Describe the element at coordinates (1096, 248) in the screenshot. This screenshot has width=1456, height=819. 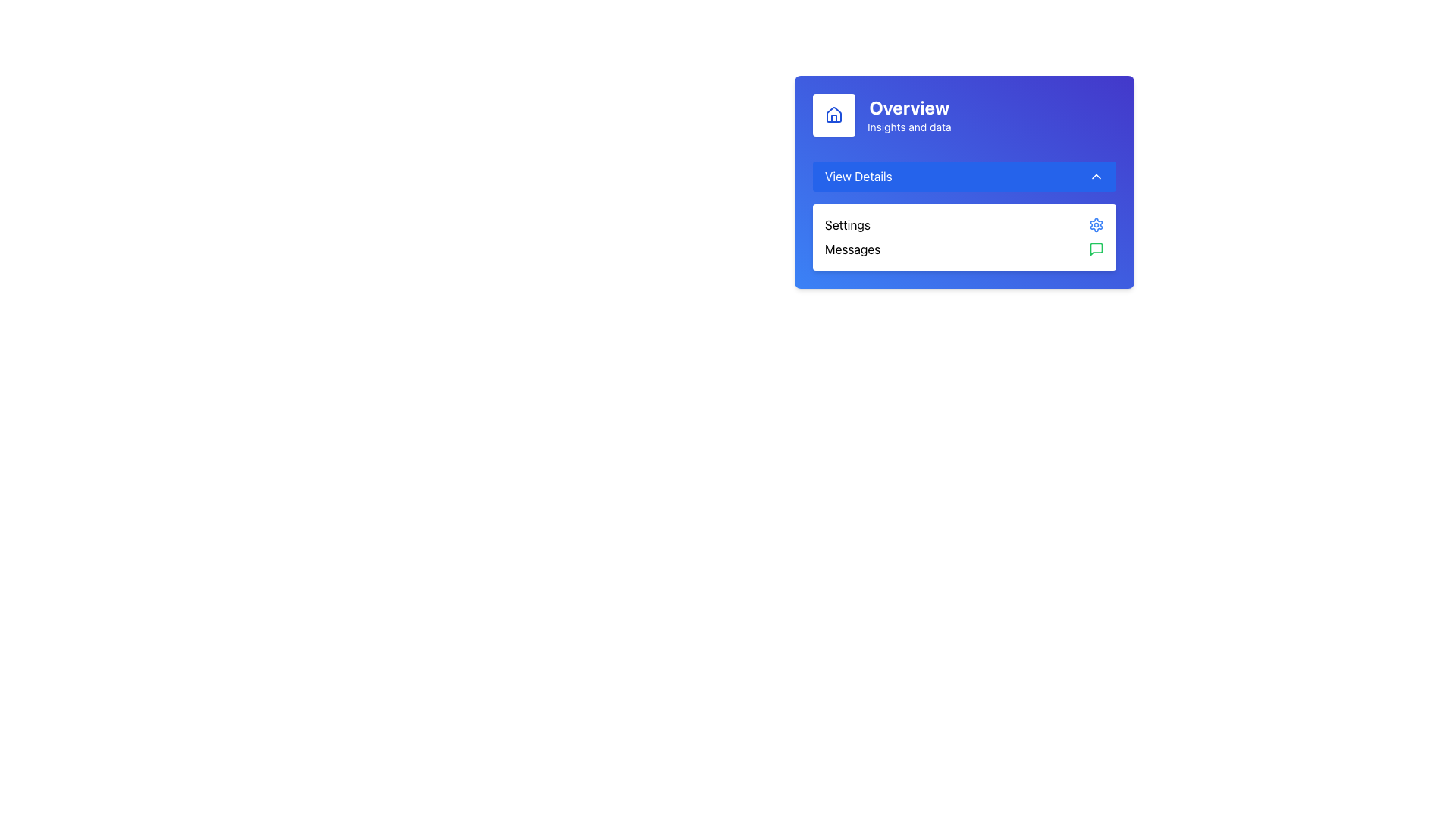
I see `the green speech bubble icon located to the immediate right of the 'Messages' text label in the dropdown list` at that location.